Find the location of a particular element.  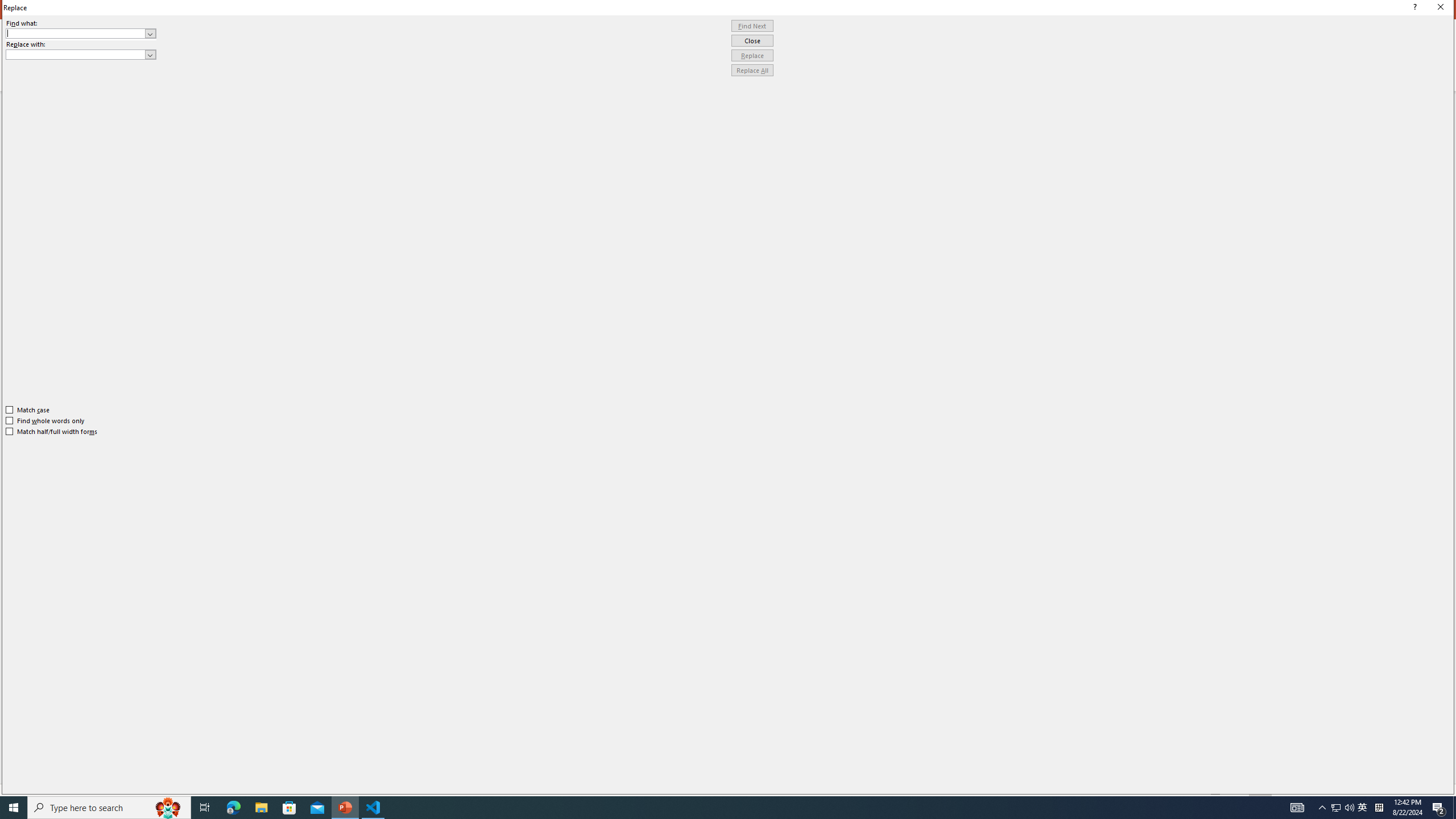

'Find what' is located at coordinates (81, 33).